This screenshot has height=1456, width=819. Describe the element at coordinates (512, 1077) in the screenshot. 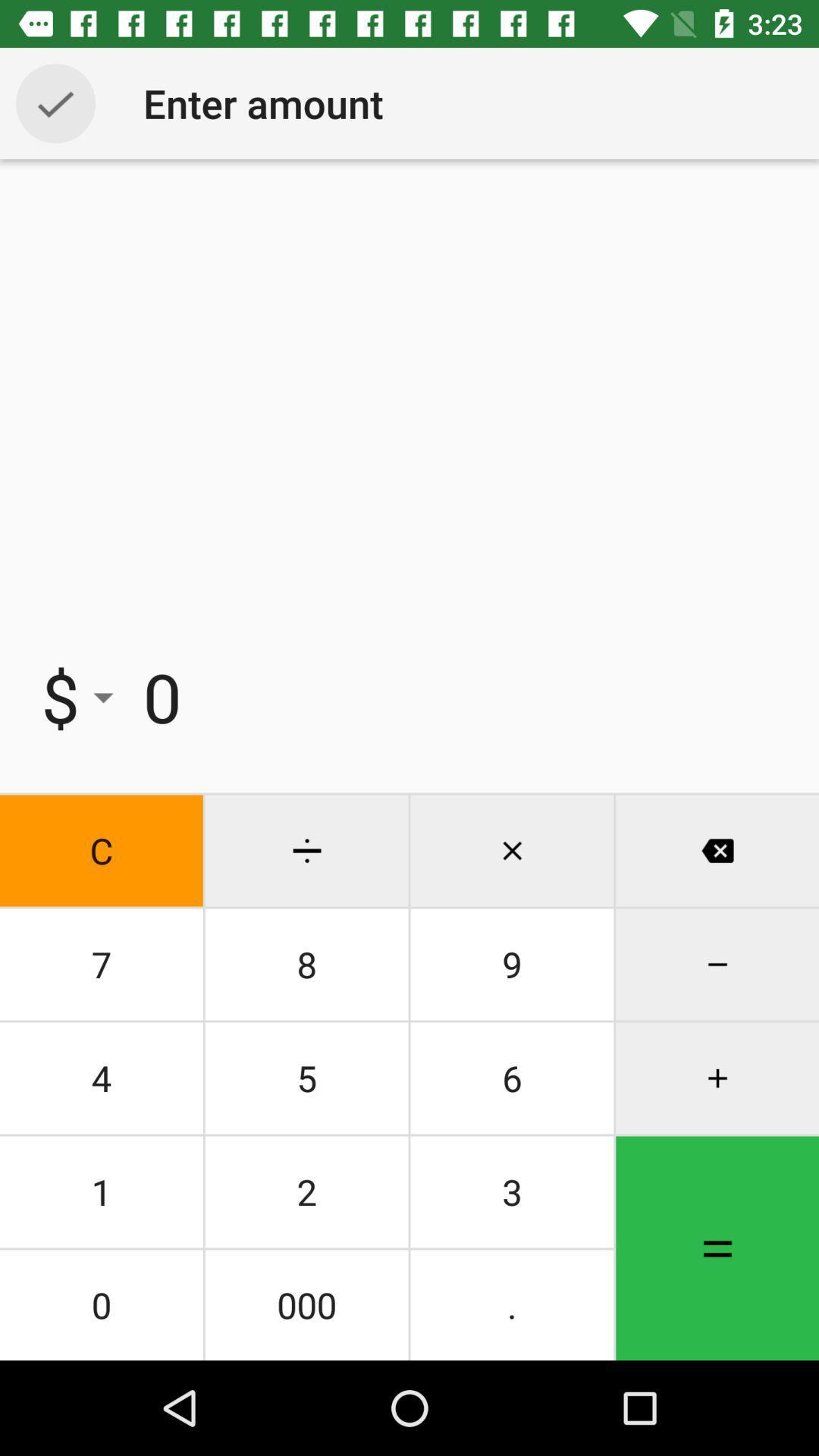

I see `the icon below 8` at that location.